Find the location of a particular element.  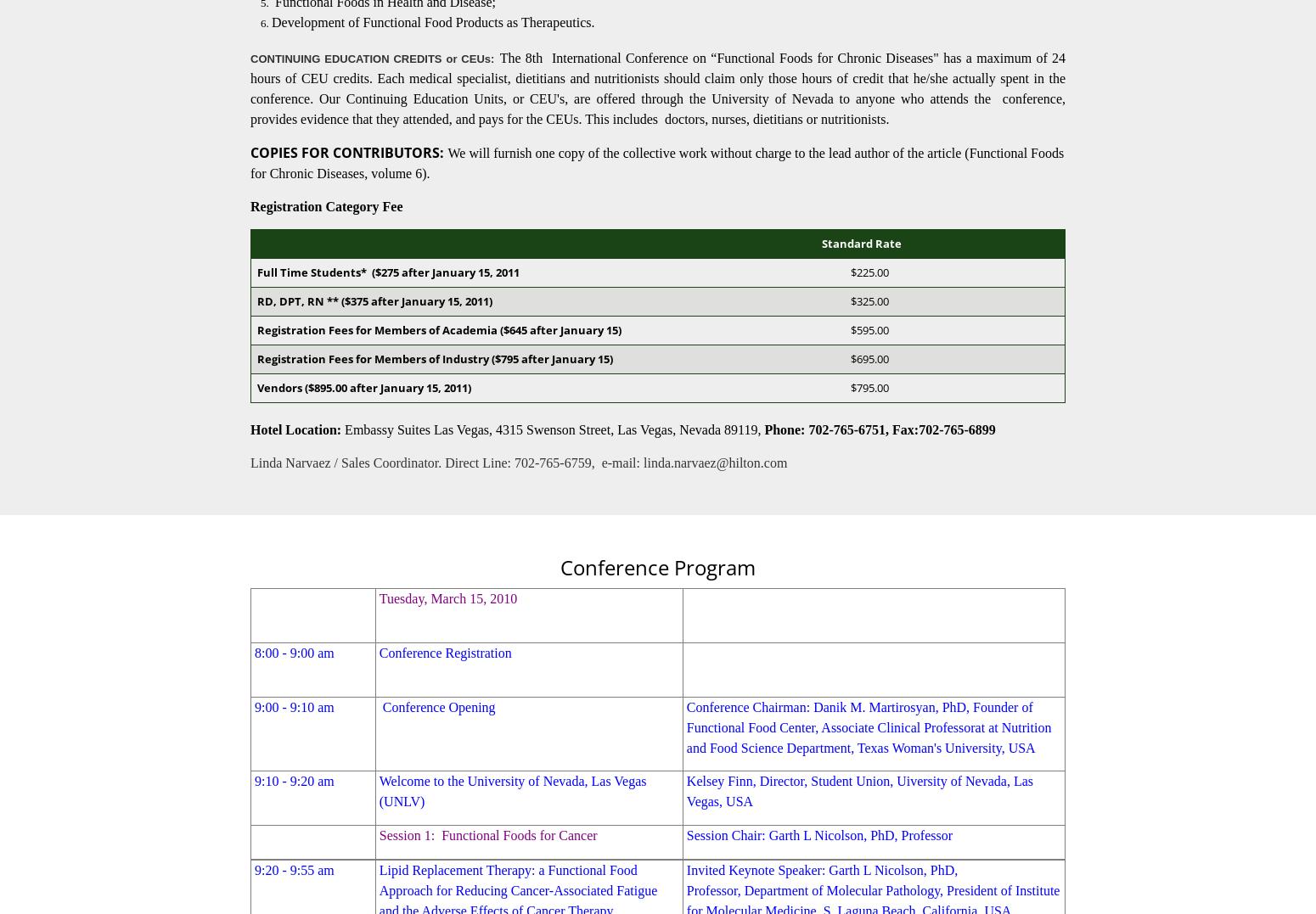

'Linda Narvaez / Sales Coordinator. Direct Line: 702-765-6759' is located at coordinates (419, 462).